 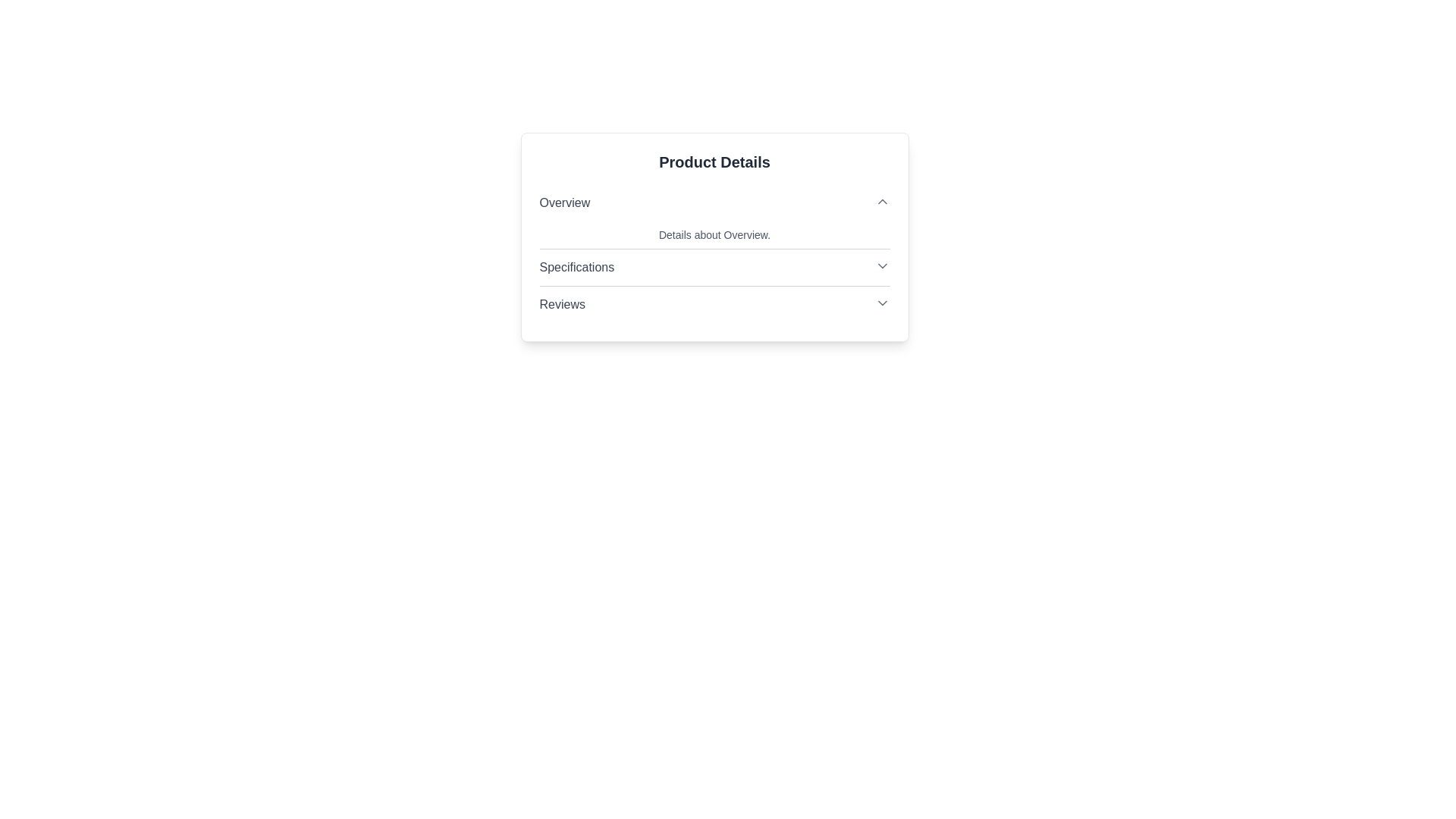 What do you see at coordinates (882, 303) in the screenshot?
I see `the compact, downward-facing chevron icon located at the far-right side of the 'Reviews' section` at bounding box center [882, 303].